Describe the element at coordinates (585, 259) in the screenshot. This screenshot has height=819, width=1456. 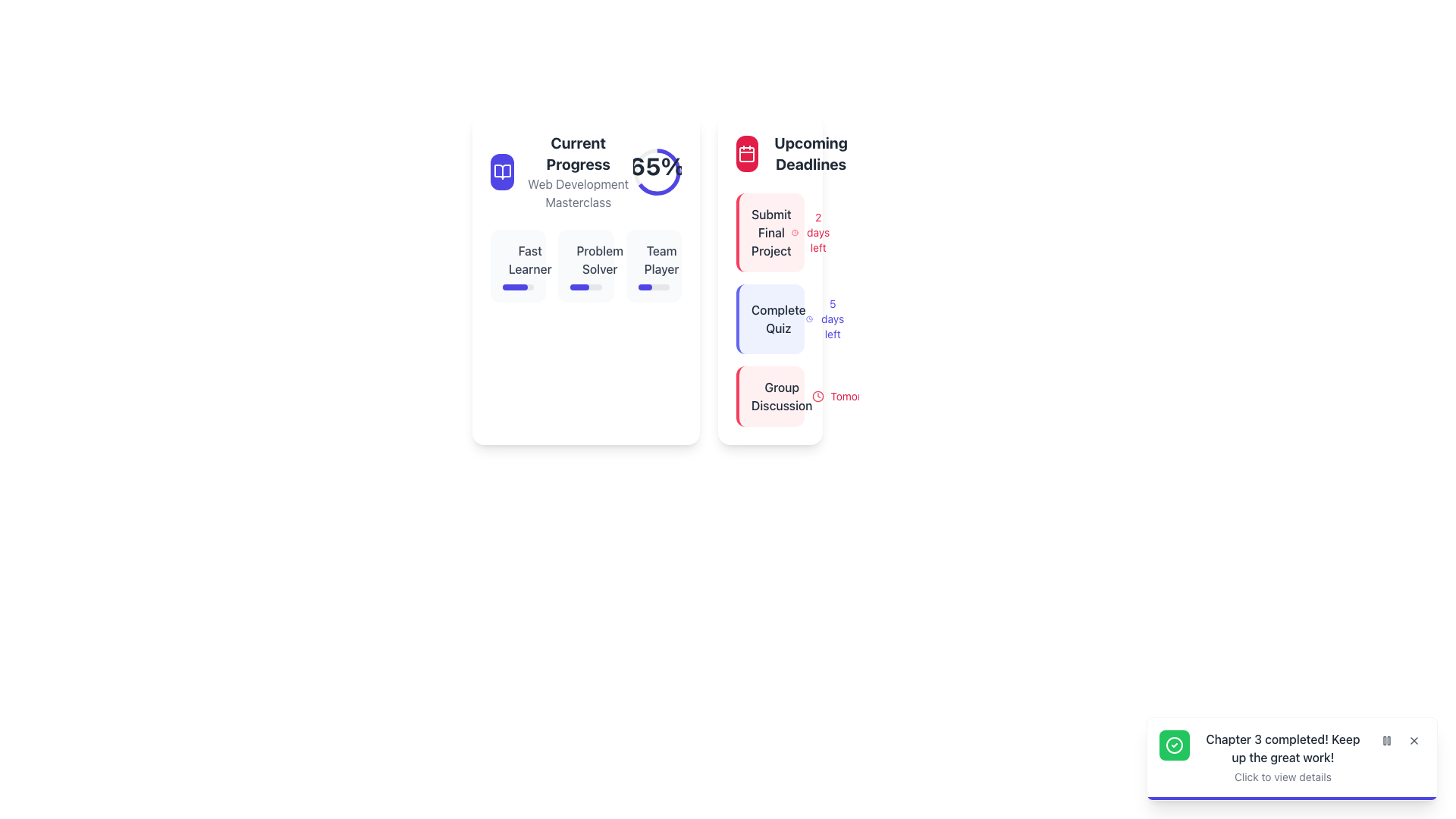
I see `the Text label with icon in the 'Current Progress' section, located beneath the title 'Current Progress', centered between the labels 'Fast Learner' and 'Team Player'` at that location.